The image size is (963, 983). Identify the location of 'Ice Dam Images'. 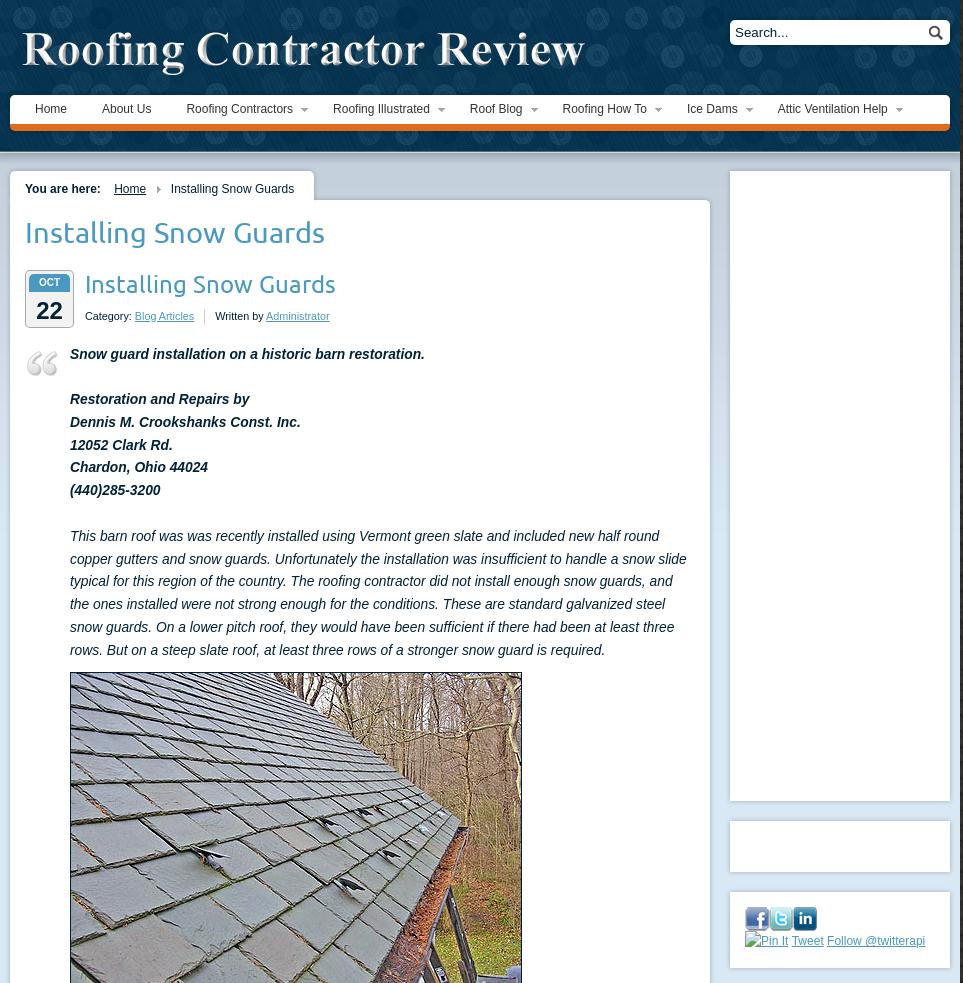
(375, 174).